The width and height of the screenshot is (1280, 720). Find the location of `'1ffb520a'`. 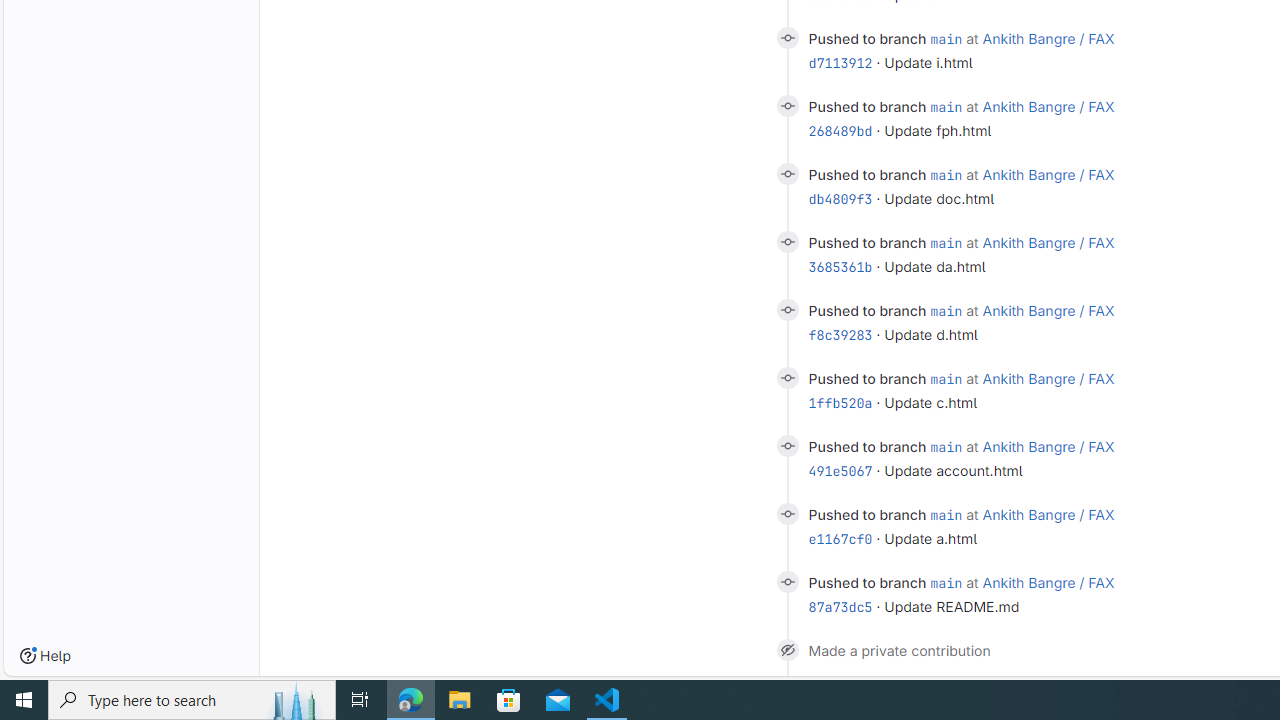

'1ffb520a' is located at coordinates (840, 402).